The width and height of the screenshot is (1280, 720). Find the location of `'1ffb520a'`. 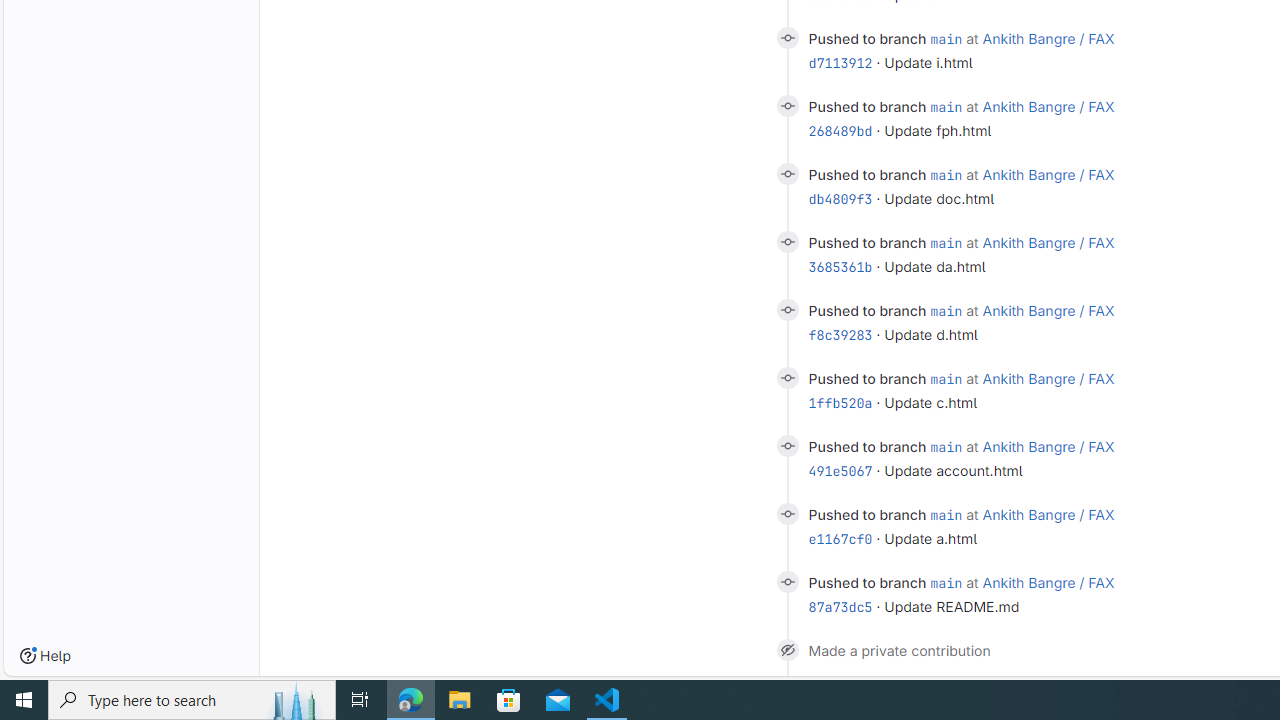

'1ffb520a' is located at coordinates (840, 402).